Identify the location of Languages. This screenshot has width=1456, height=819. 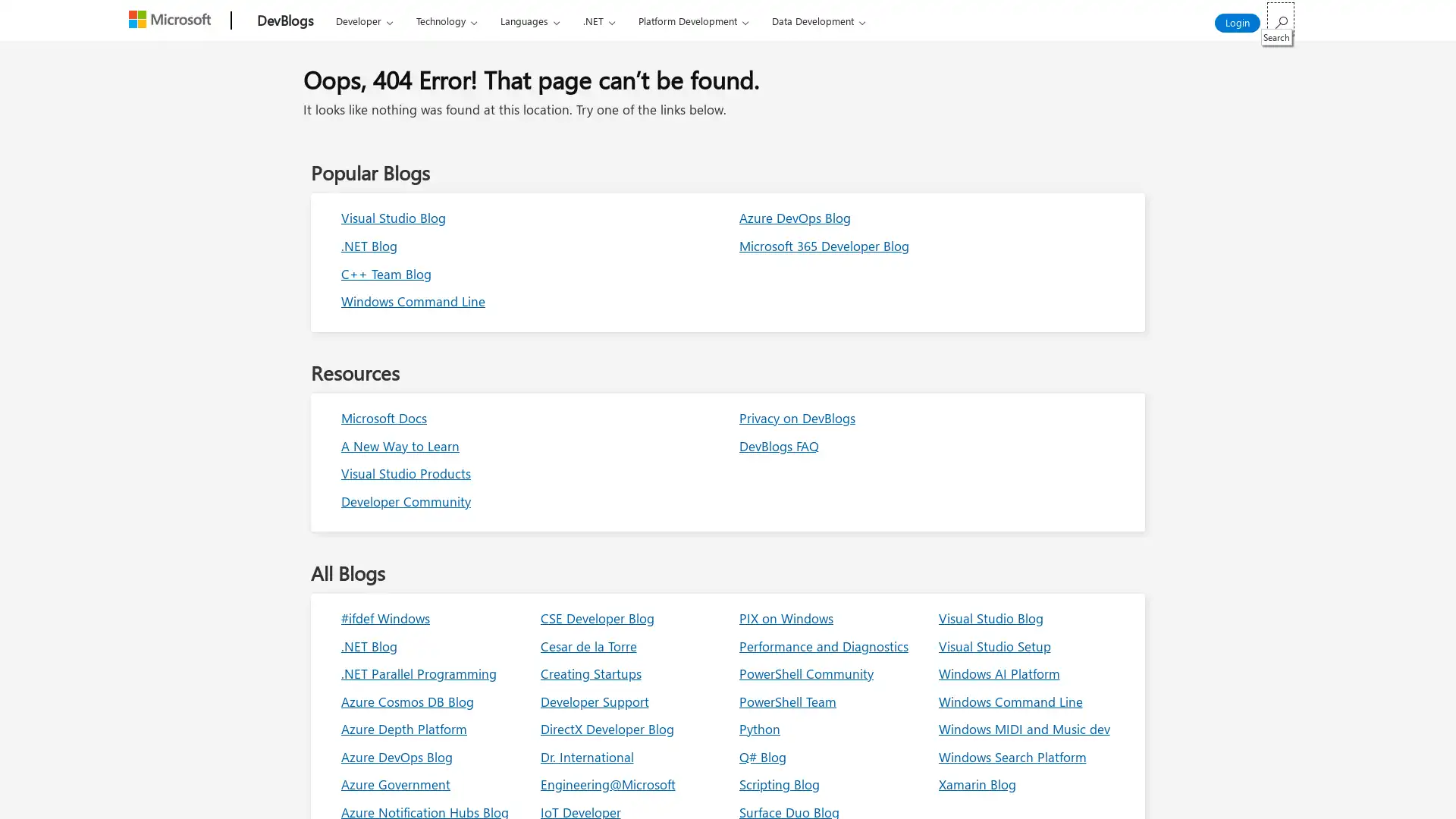
(529, 20).